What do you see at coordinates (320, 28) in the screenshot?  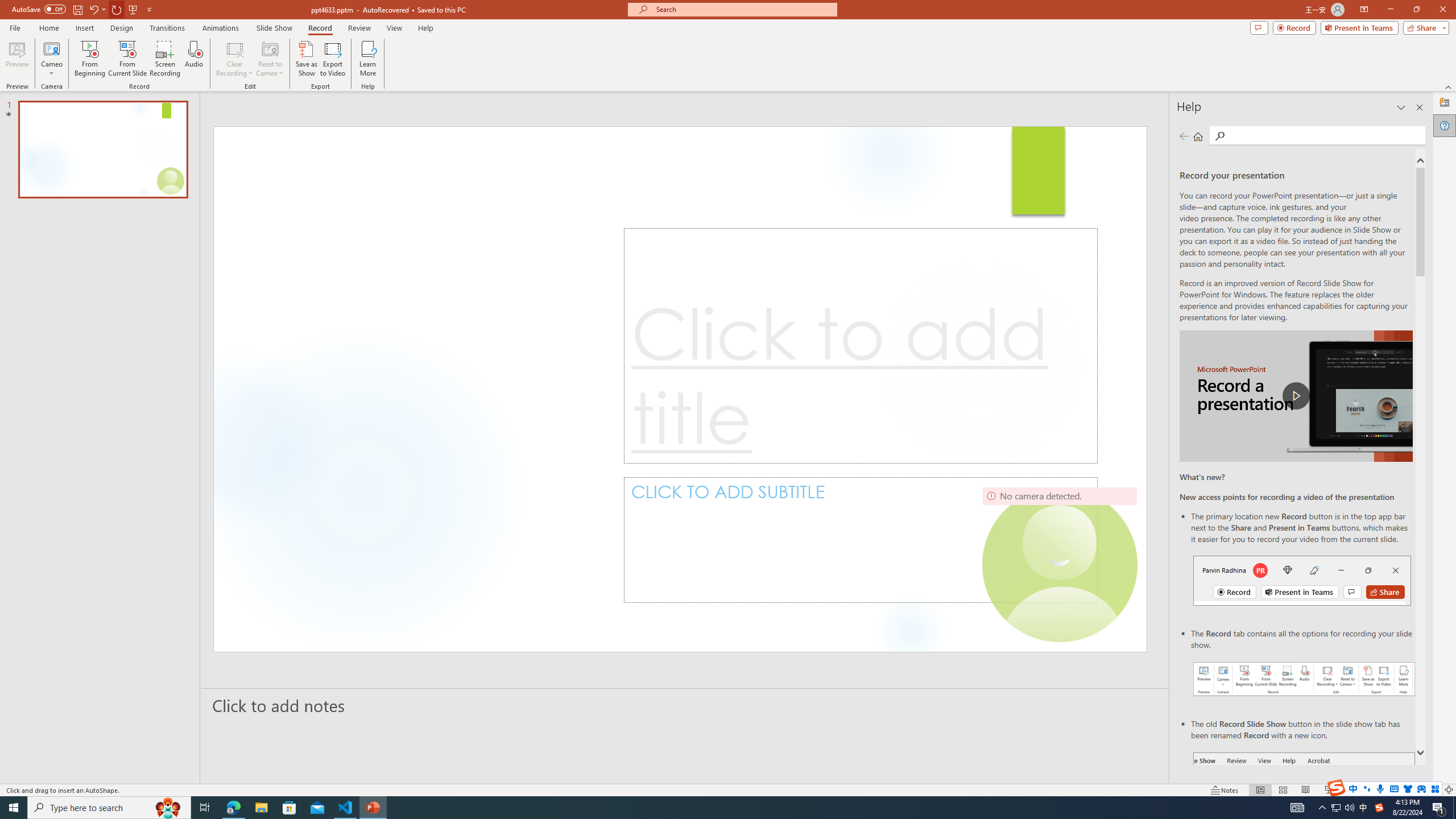 I see `'Record'` at bounding box center [320, 28].